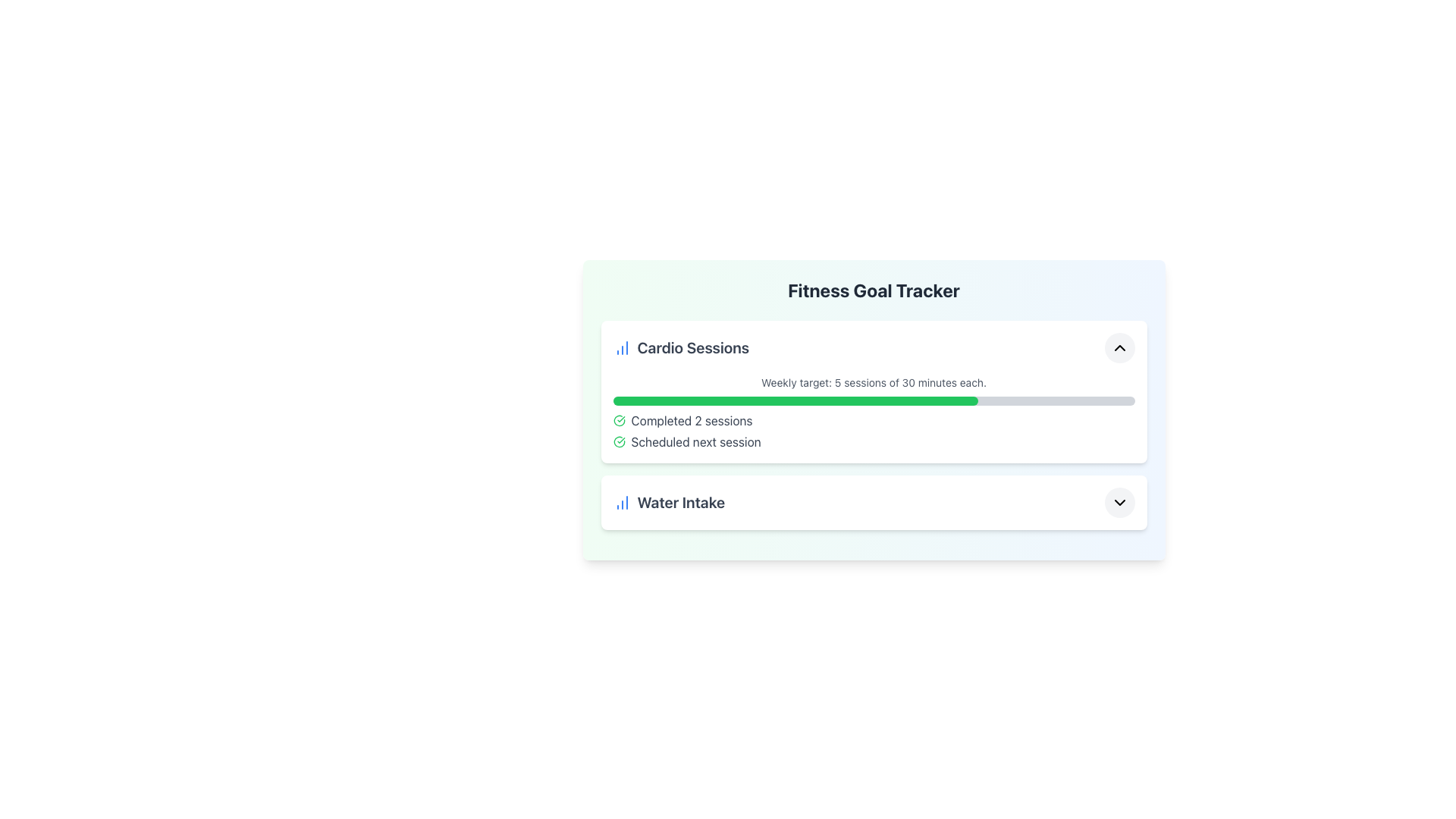 The height and width of the screenshot is (819, 1456). I want to click on textual information displayed in the 'Weekly target: 5 sessions of 30 minutes each.' label, which is styled in gray and located in the cardio sessions card of the fitness goal tracker, so click(874, 382).